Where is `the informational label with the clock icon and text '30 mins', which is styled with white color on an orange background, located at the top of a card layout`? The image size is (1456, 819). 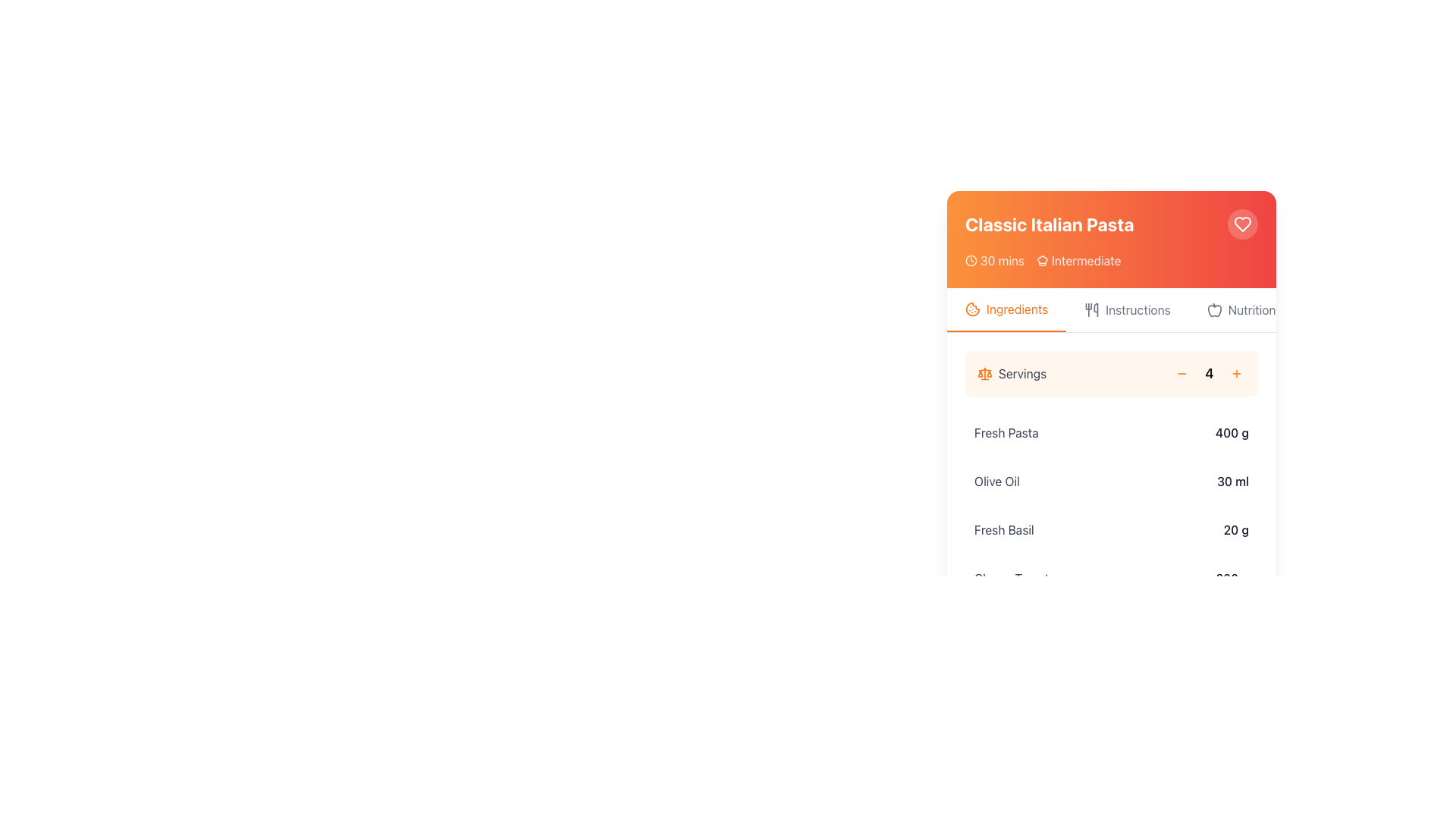 the informational label with the clock icon and text '30 mins', which is styled with white color on an orange background, located at the top of a card layout is located at coordinates (994, 259).